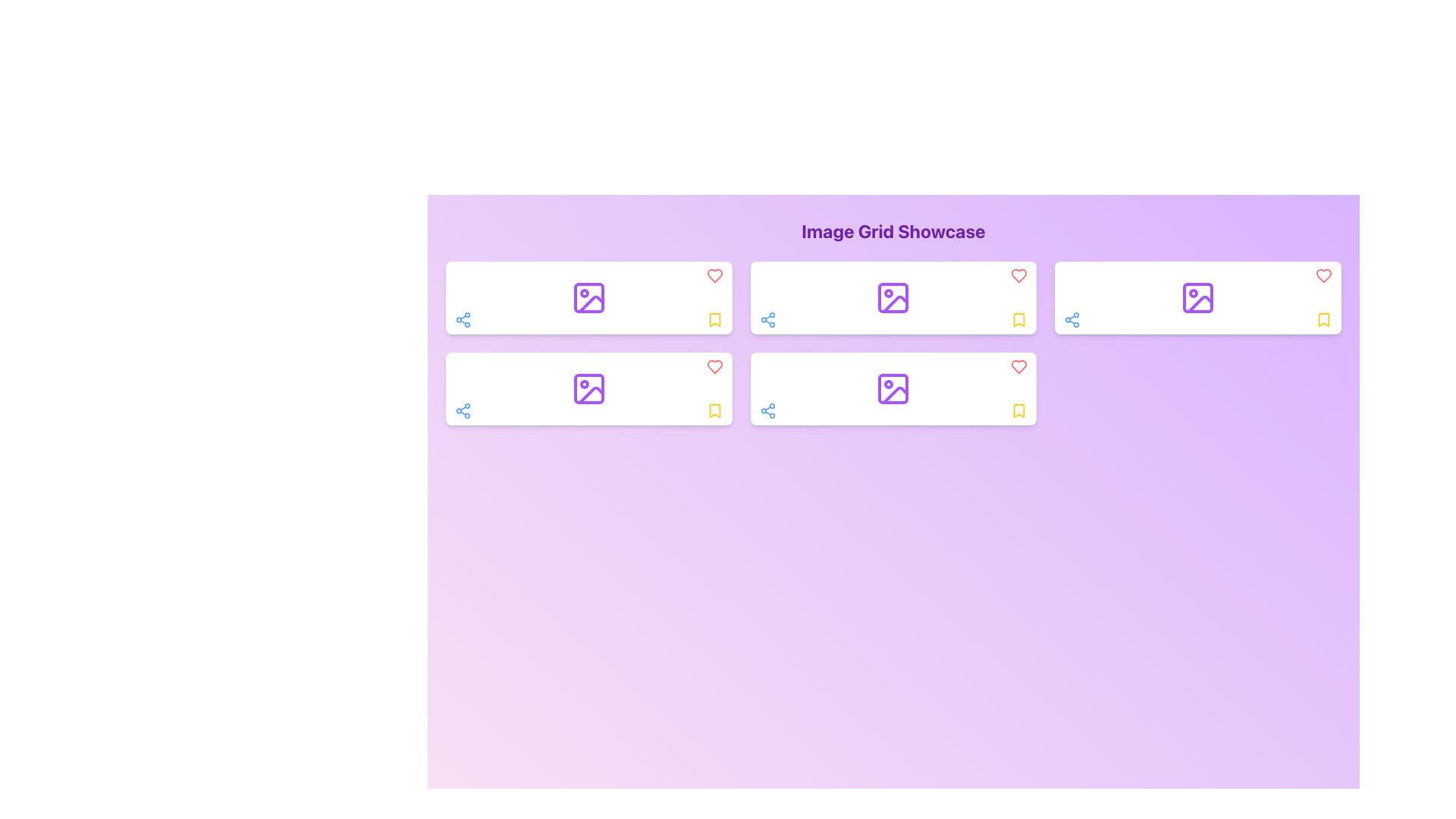 This screenshot has width=1456, height=819. Describe the element at coordinates (714, 318) in the screenshot. I see `the yellow bookmark icon located in the bottom-right corner of the upper right card within the grid` at that location.